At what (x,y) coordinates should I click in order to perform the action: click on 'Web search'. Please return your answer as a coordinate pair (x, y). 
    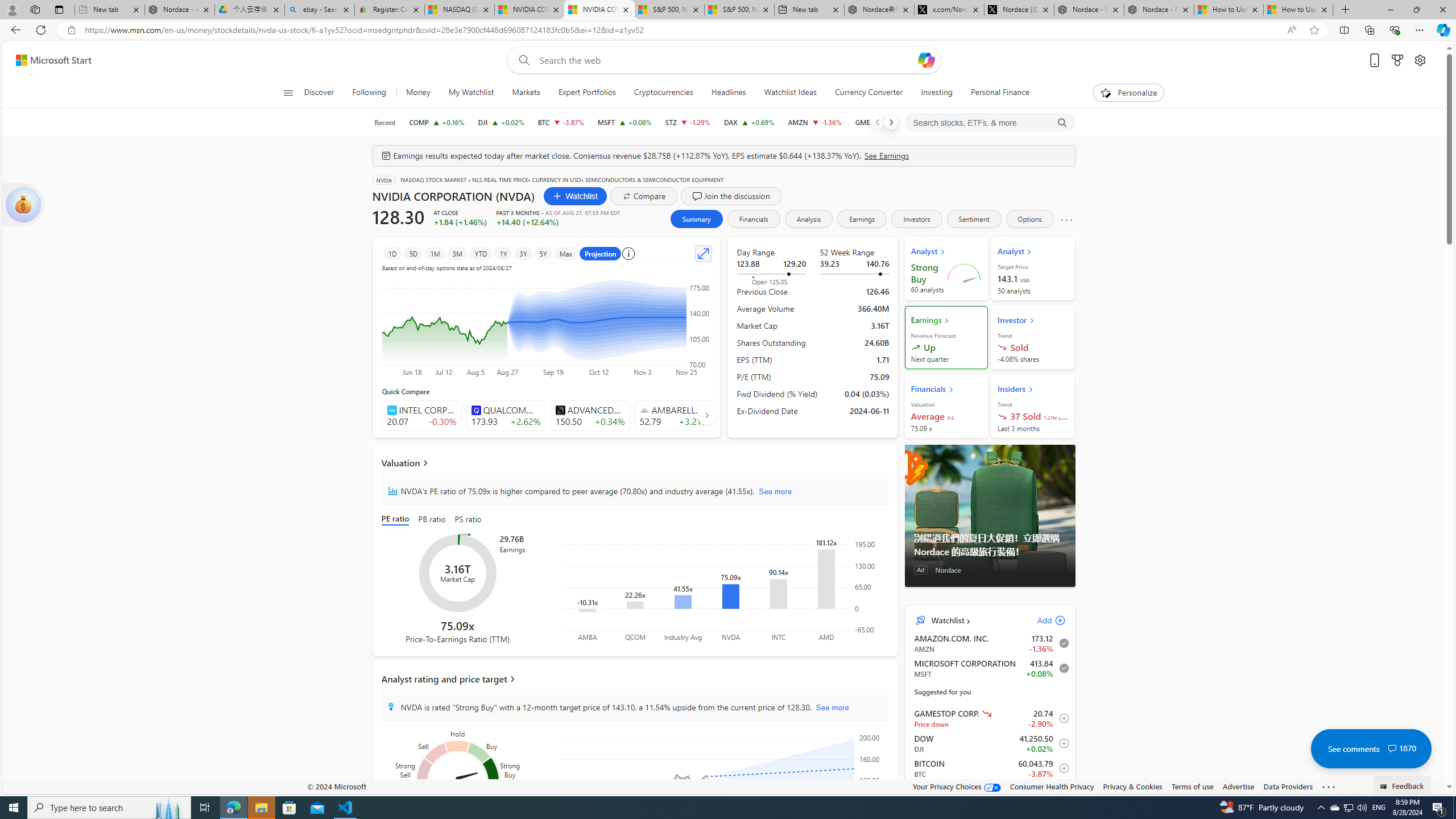
    Looking at the image, I should click on (521, 60).